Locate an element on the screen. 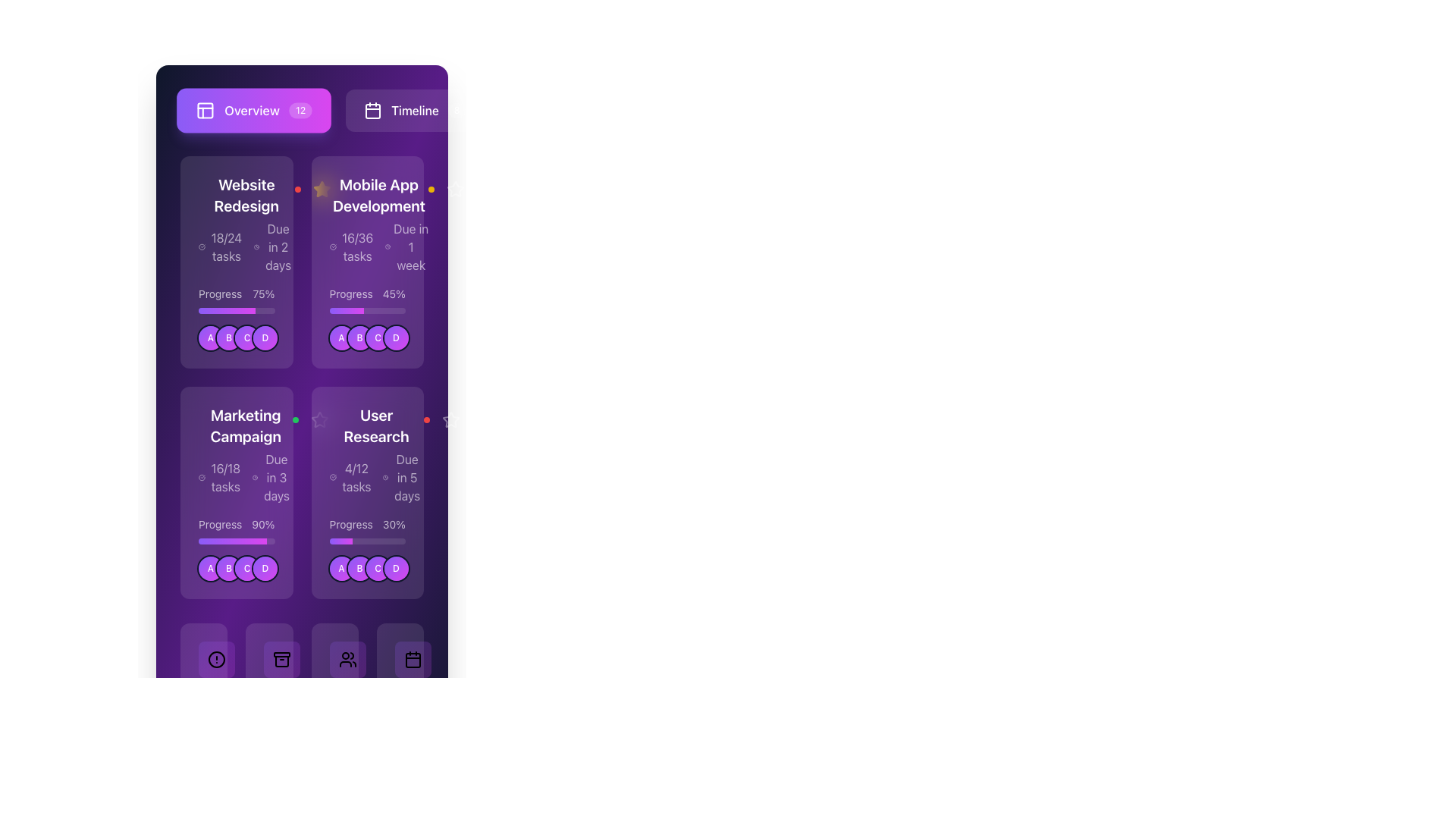 The image size is (1456, 819). the progress bar displaying 'Progress 75%' within the 'Website Redesign' card to check its completion status is located at coordinates (236, 300).